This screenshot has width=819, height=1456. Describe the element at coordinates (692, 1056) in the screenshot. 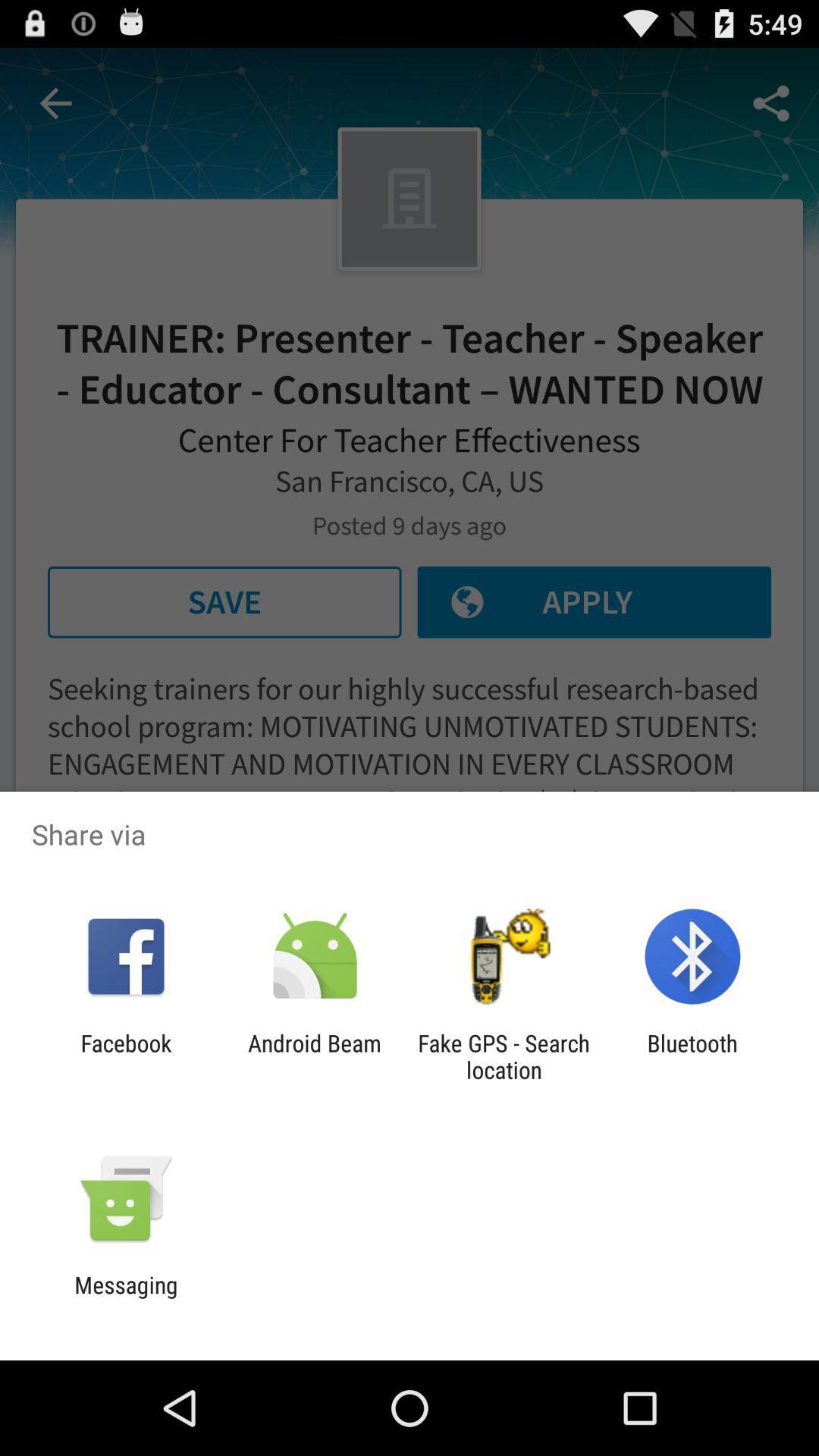

I see `item to the right of fake gps search icon` at that location.